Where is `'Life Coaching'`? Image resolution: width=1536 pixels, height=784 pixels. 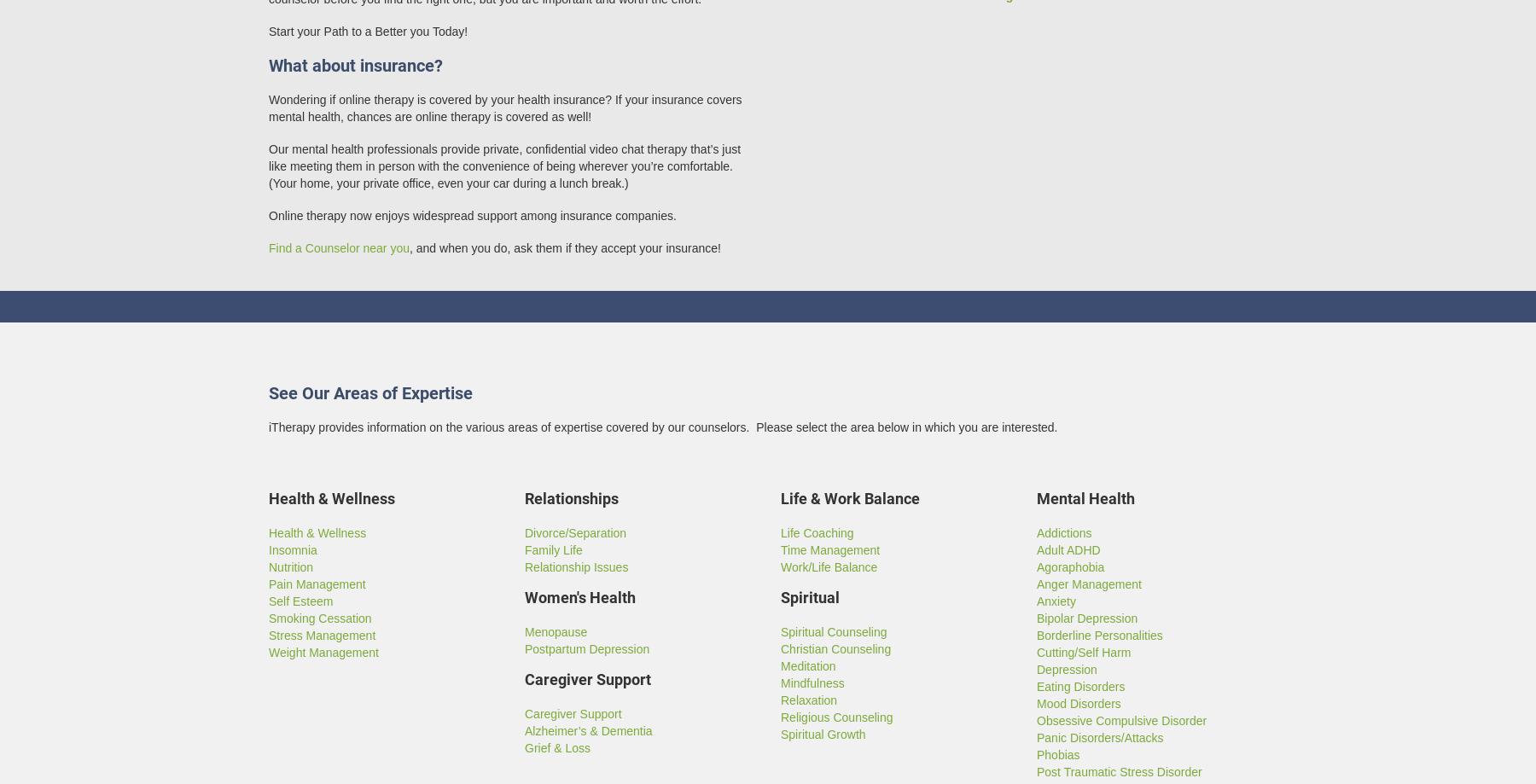 'Life Coaching' is located at coordinates (779, 533).